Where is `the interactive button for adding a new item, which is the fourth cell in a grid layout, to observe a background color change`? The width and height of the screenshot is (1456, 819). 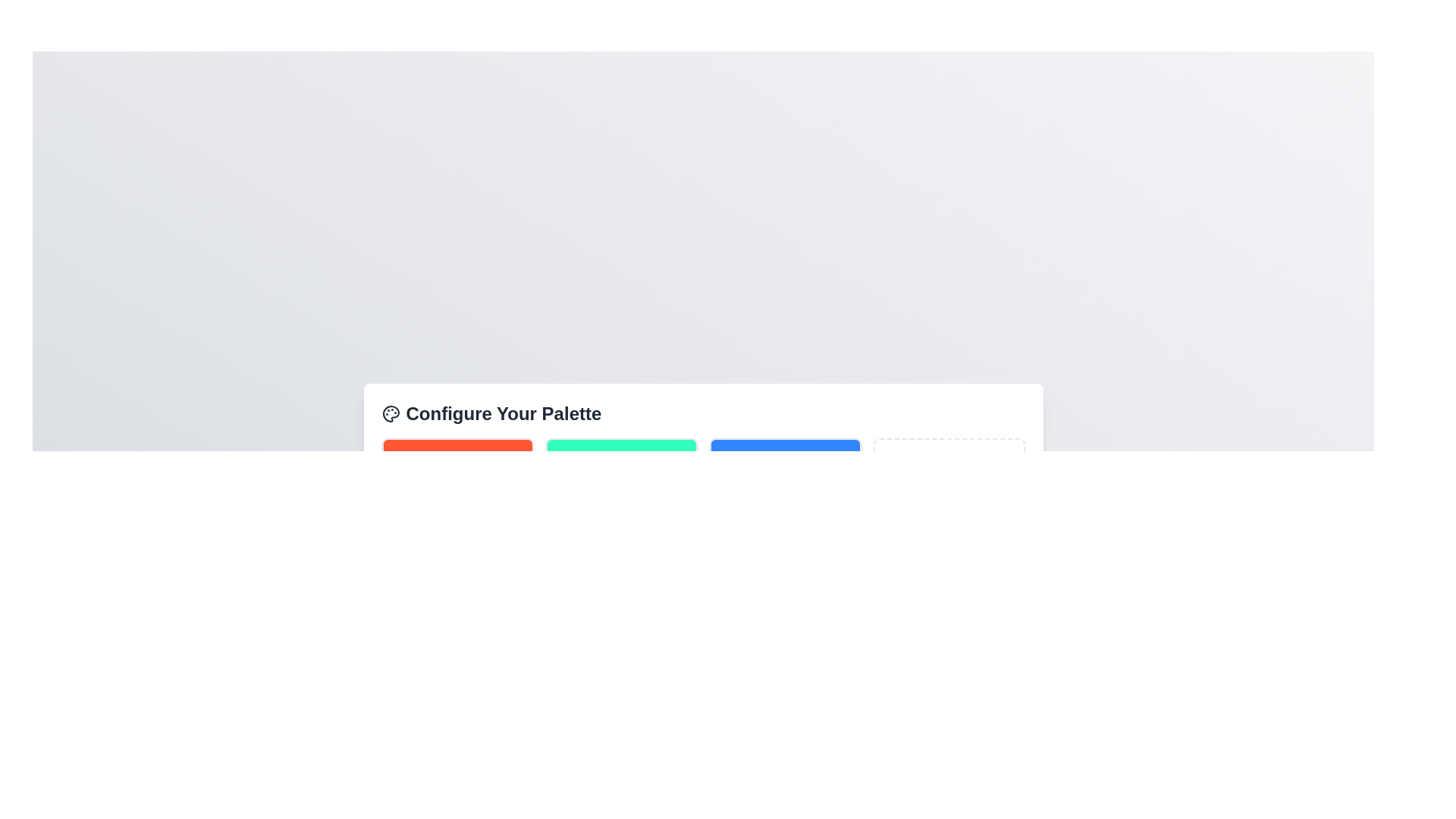
the interactive button for adding a new item, which is the fourth cell in a grid layout, to observe a background color change is located at coordinates (948, 461).